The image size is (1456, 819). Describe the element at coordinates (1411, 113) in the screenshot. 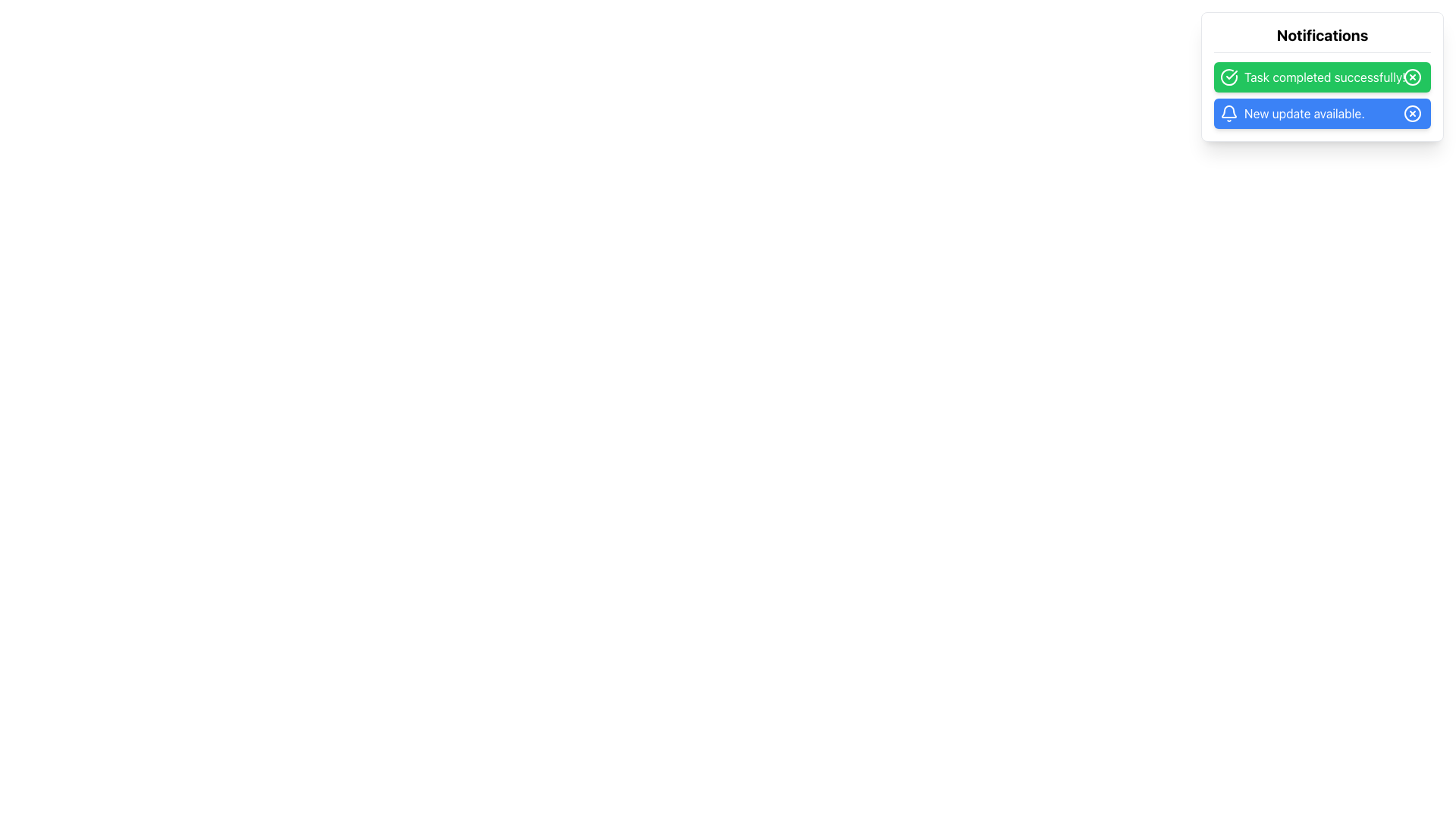

I see `the Circle icon with a blue outline located at the right end of the notification item that reads 'New update available.'` at that location.